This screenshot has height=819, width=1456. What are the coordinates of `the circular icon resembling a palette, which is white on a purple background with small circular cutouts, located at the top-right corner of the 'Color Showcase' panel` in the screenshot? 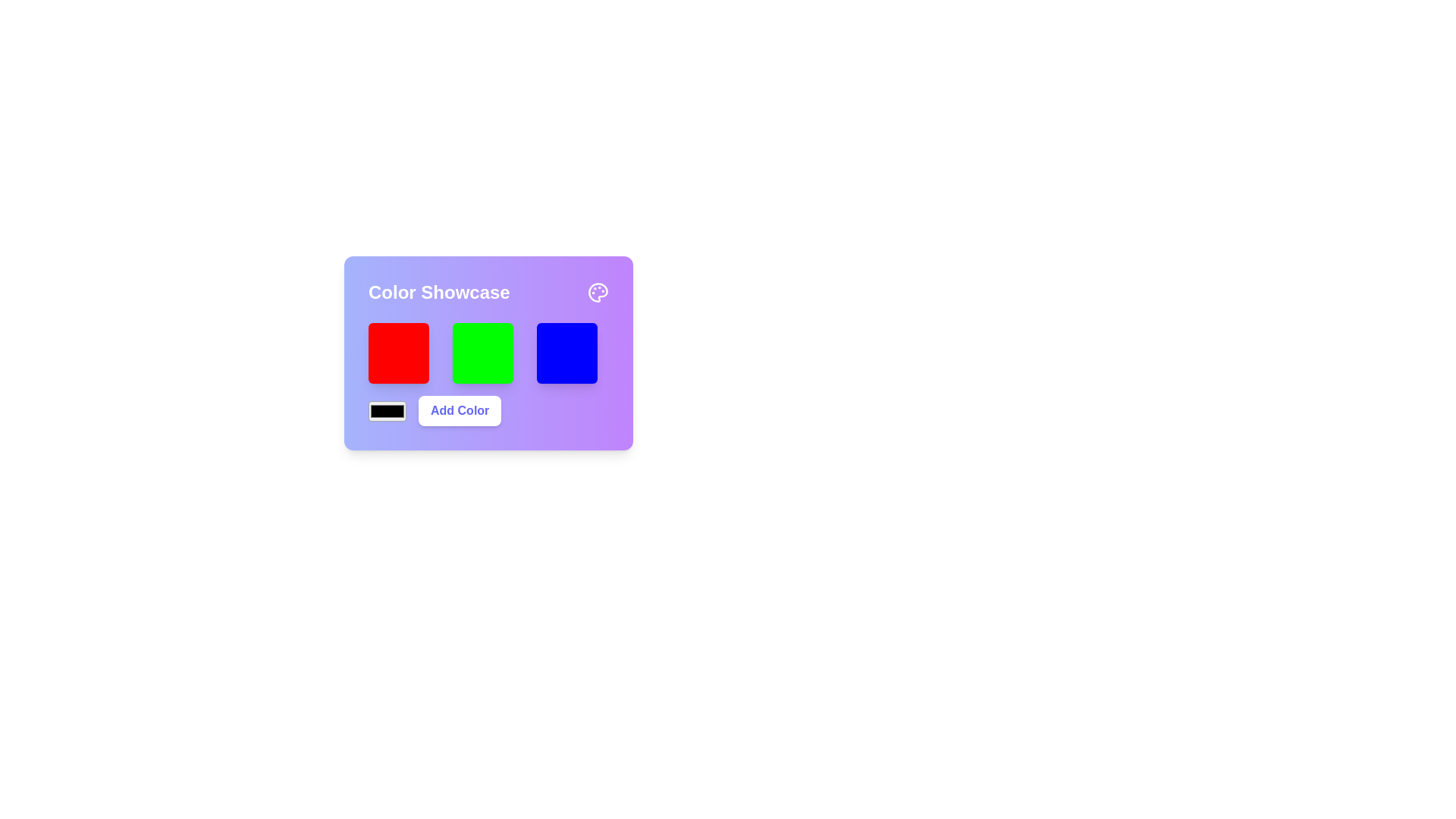 It's located at (597, 292).